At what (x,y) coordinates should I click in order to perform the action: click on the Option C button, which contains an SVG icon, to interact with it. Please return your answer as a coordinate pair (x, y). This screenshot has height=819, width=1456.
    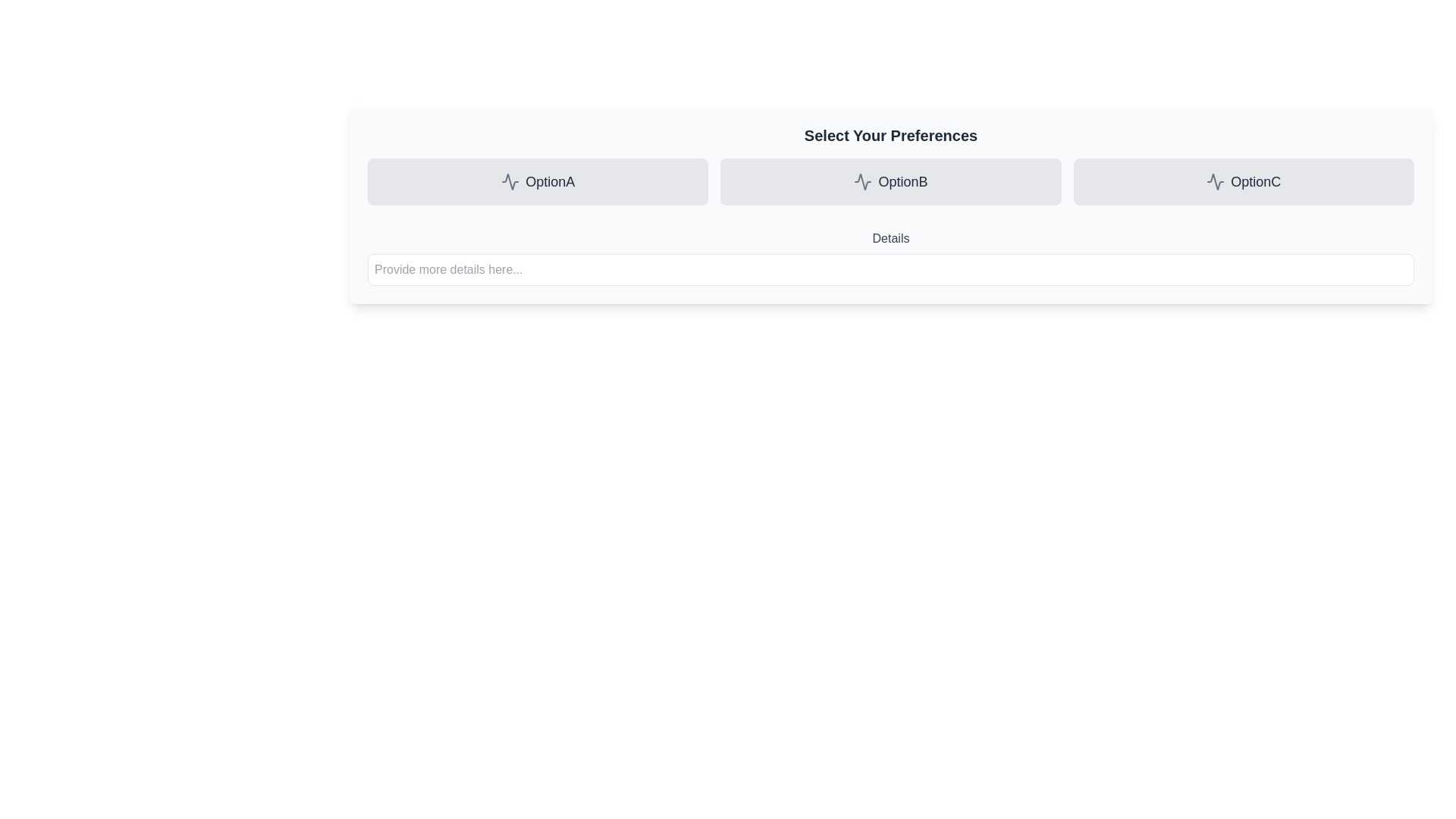
    Looking at the image, I should click on (1216, 180).